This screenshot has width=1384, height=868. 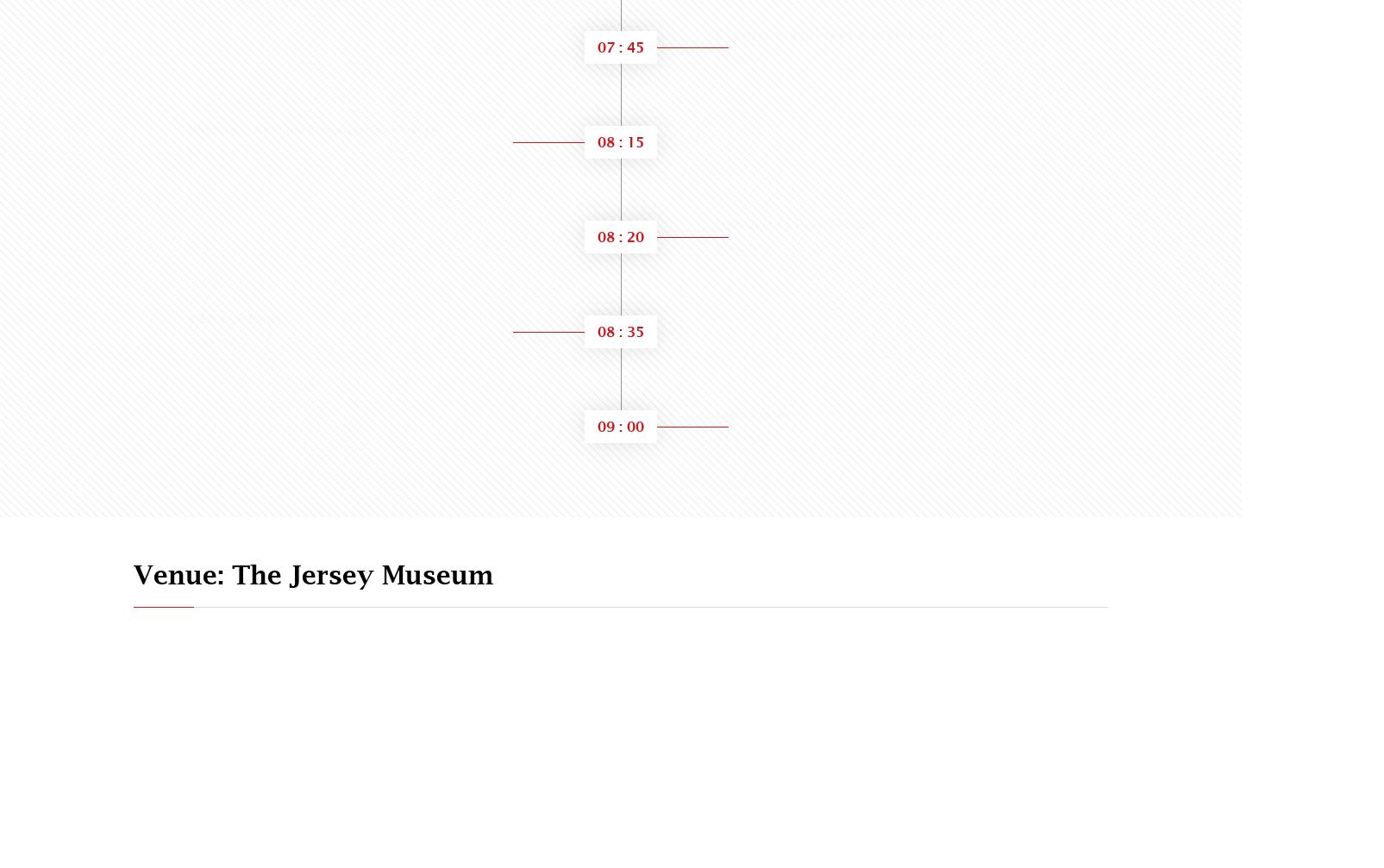 I want to click on '08 : 15', so click(x=598, y=141).